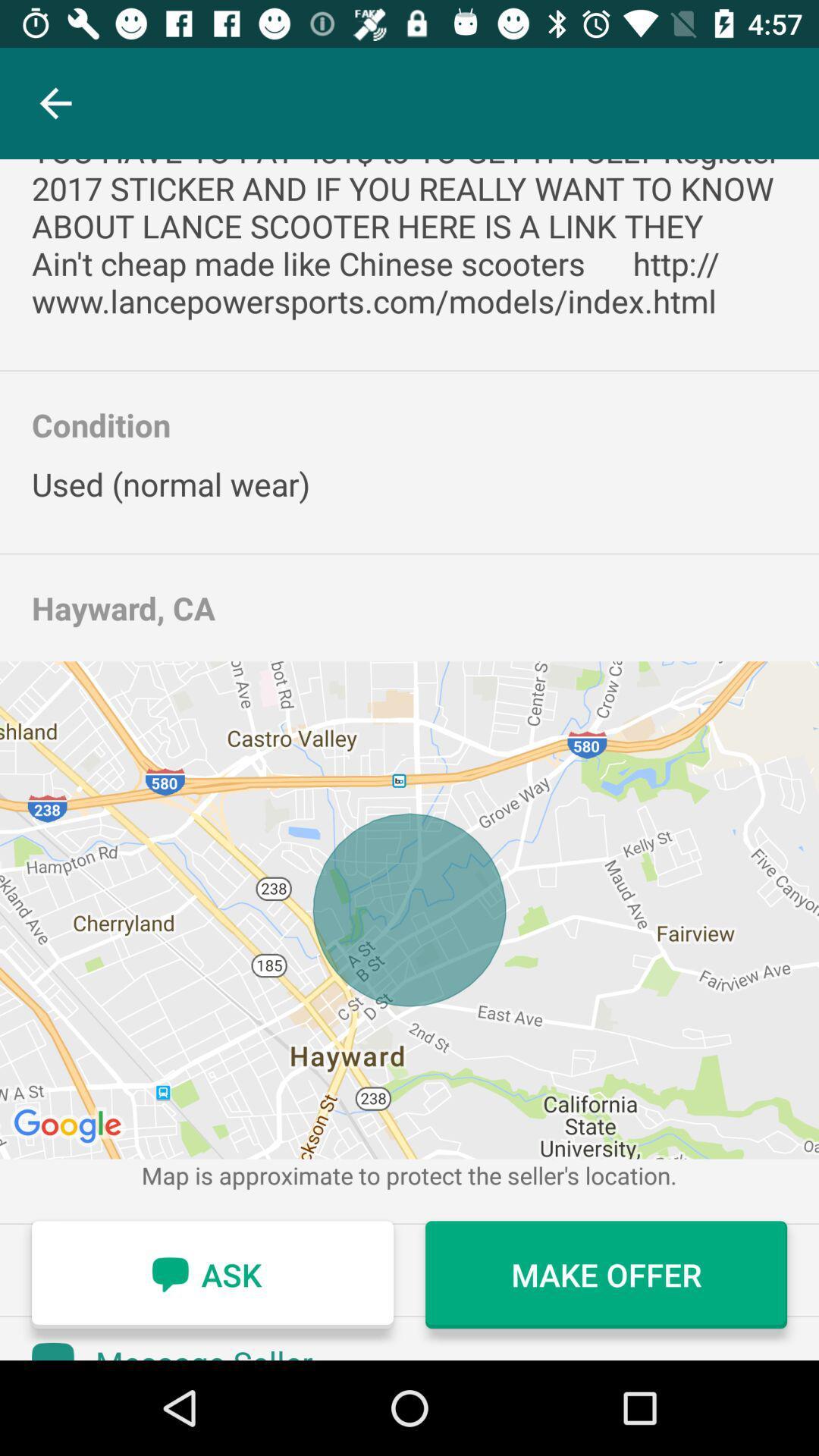 This screenshot has height=1456, width=819. What do you see at coordinates (605, 1274) in the screenshot?
I see `item to the right of ask item` at bounding box center [605, 1274].